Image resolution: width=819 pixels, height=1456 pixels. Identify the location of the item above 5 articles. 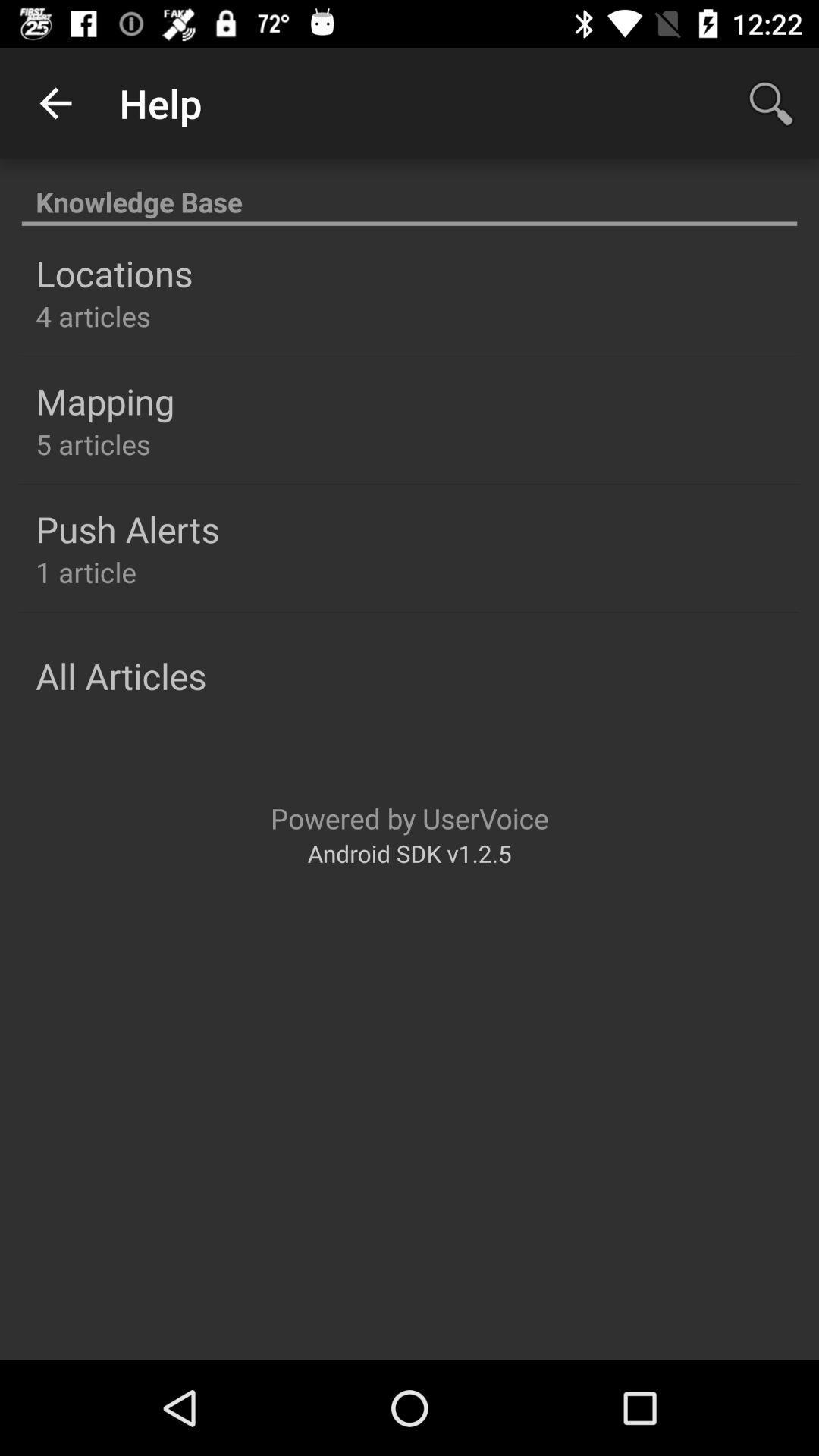
(104, 401).